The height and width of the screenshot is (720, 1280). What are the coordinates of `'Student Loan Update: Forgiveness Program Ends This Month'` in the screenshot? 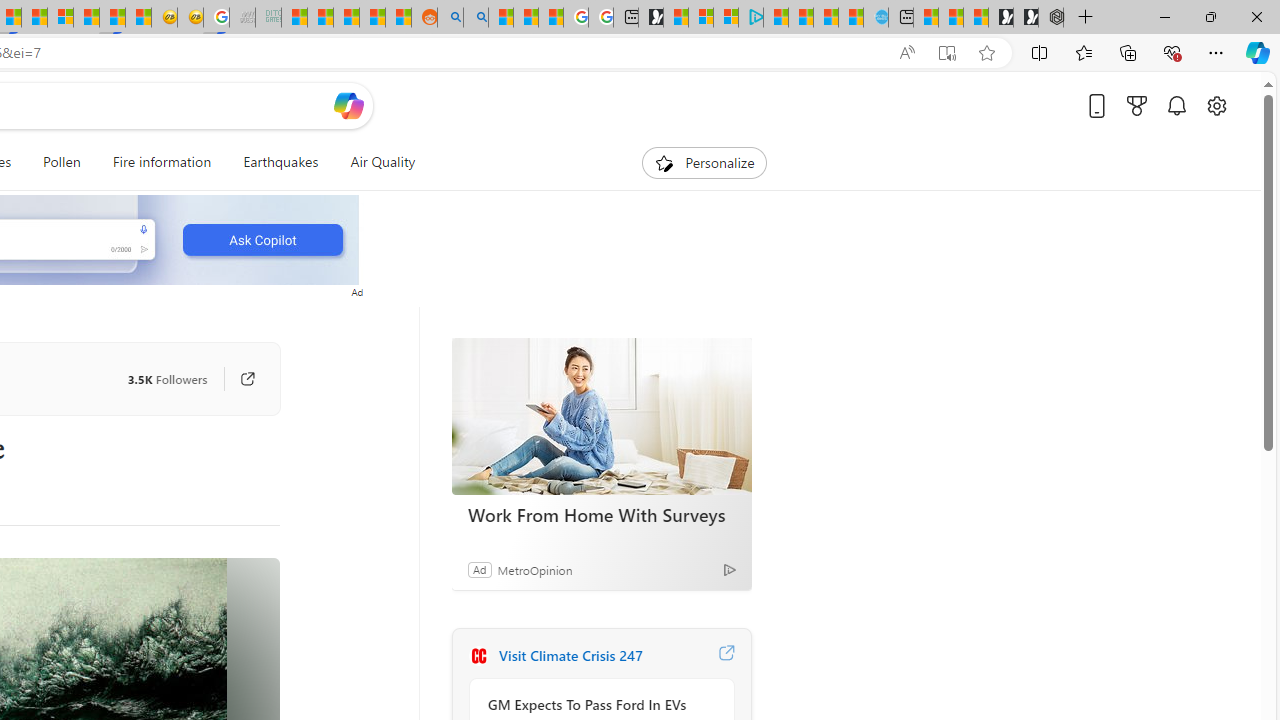 It's located at (372, 17).